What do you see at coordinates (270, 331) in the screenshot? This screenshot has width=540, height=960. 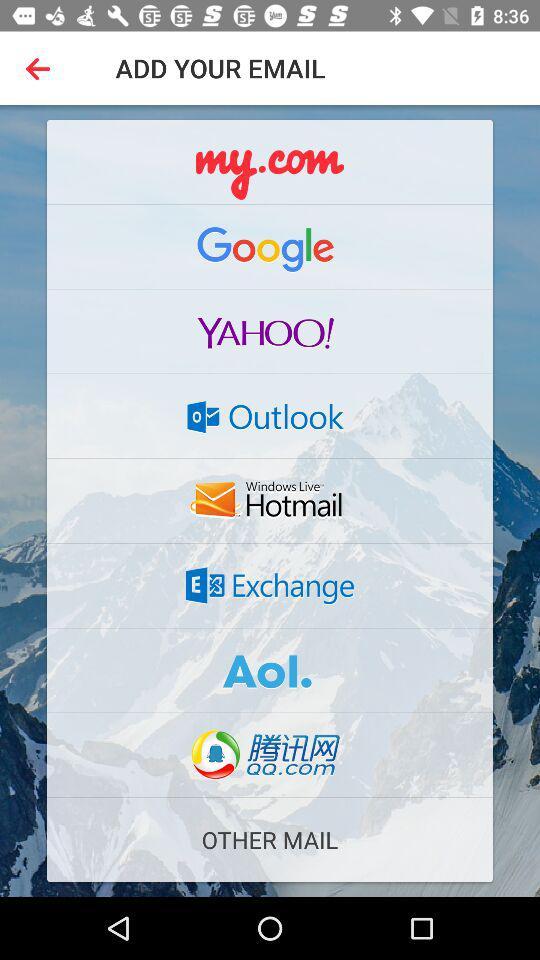 I see `yahoo option` at bounding box center [270, 331].